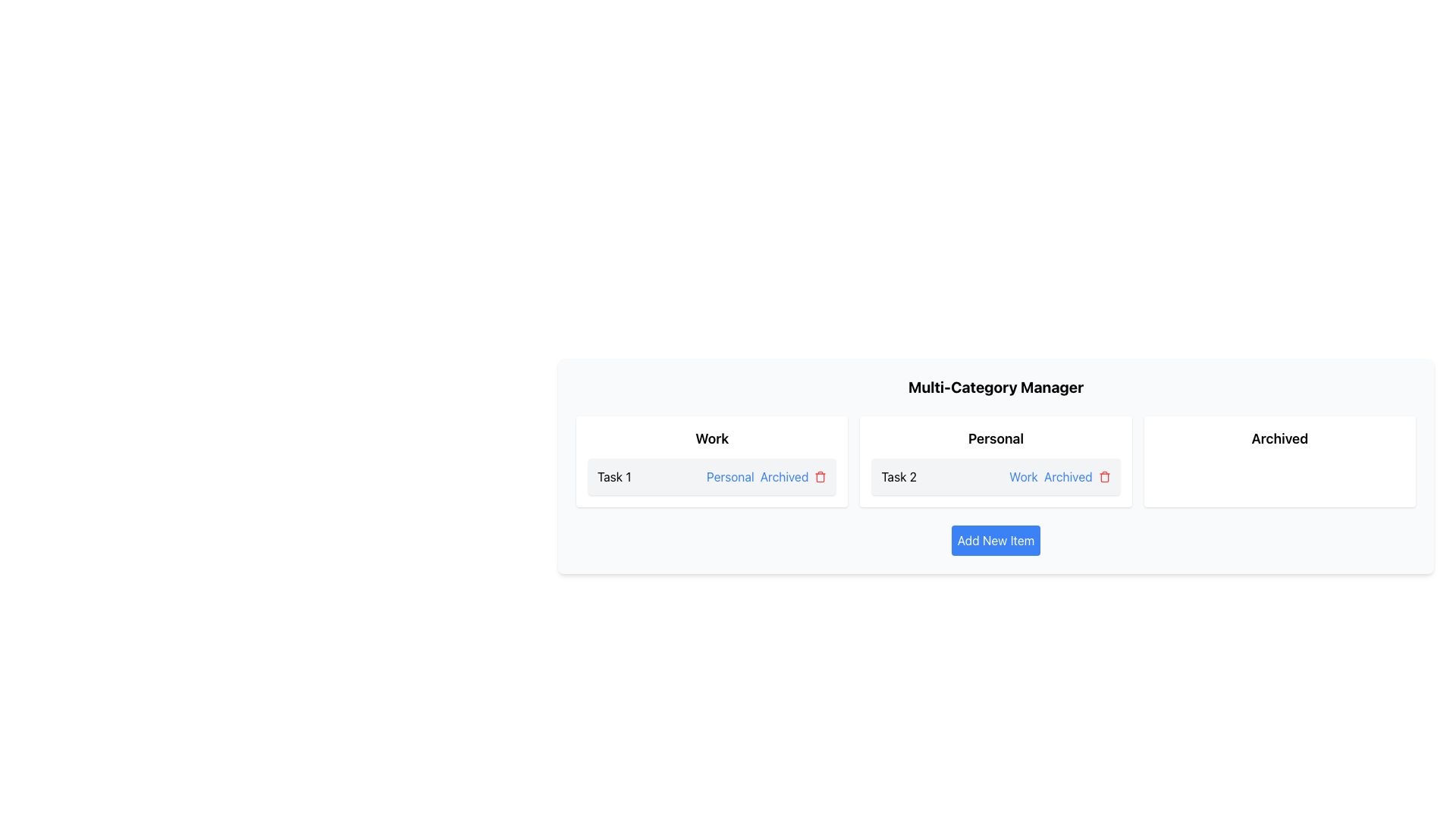 This screenshot has width=1456, height=819. What do you see at coordinates (783, 475) in the screenshot?
I see `the 'Archived' link, which is the second item in a sequence of interactive text links` at bounding box center [783, 475].